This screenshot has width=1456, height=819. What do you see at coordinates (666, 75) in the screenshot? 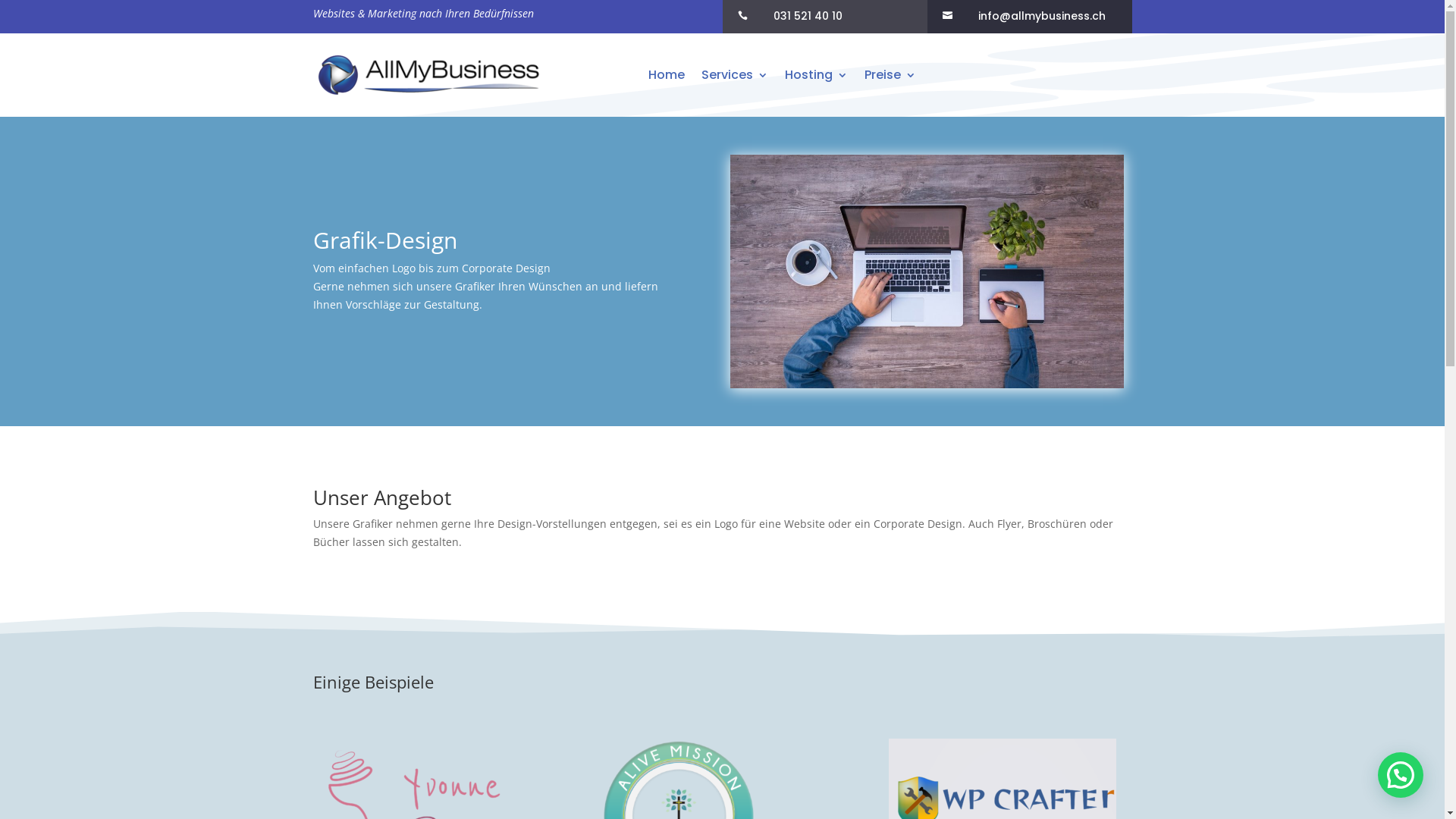
I see `'Home'` at bounding box center [666, 75].